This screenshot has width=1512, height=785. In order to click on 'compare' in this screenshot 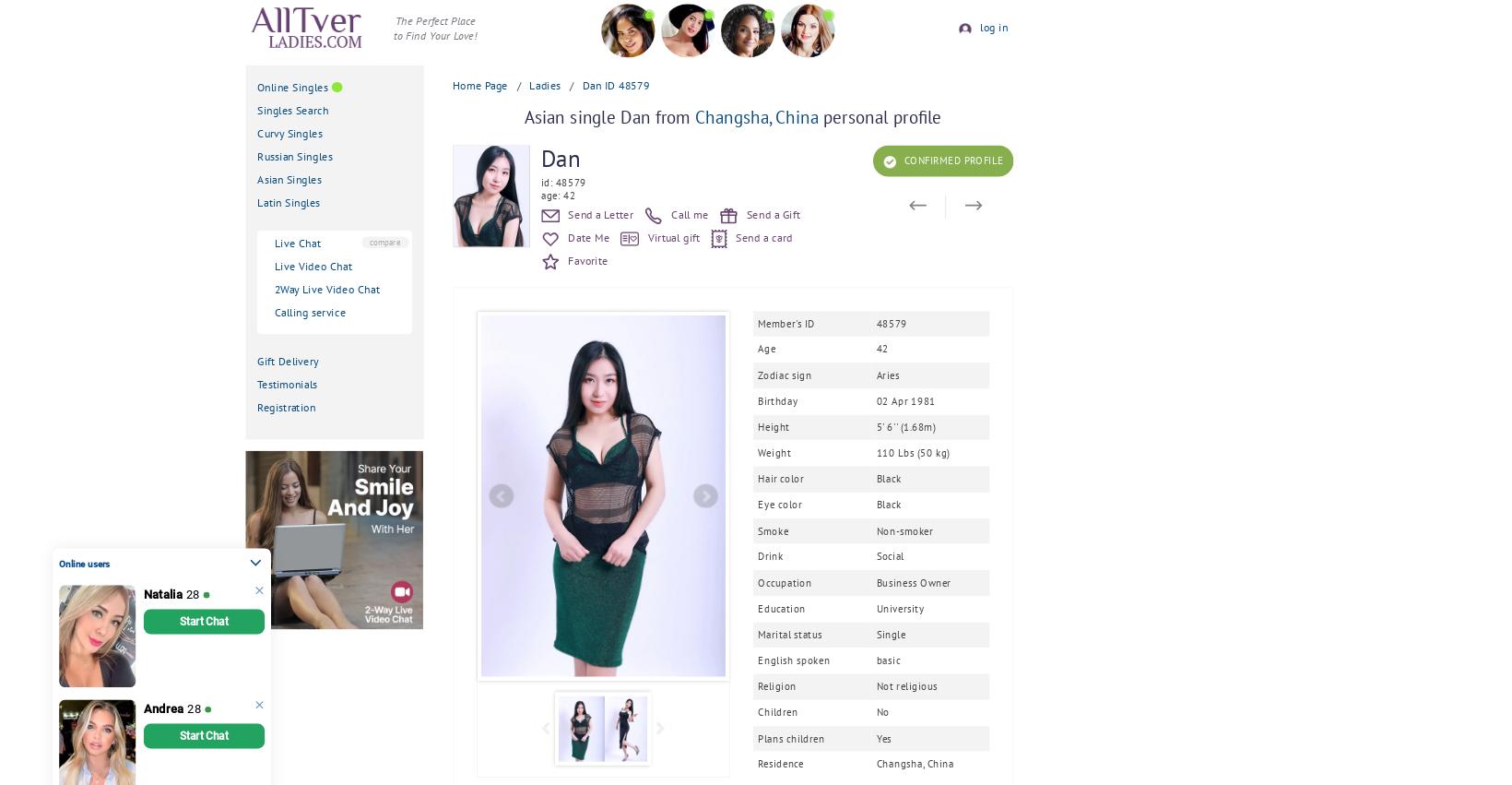, I will do `click(384, 240)`.